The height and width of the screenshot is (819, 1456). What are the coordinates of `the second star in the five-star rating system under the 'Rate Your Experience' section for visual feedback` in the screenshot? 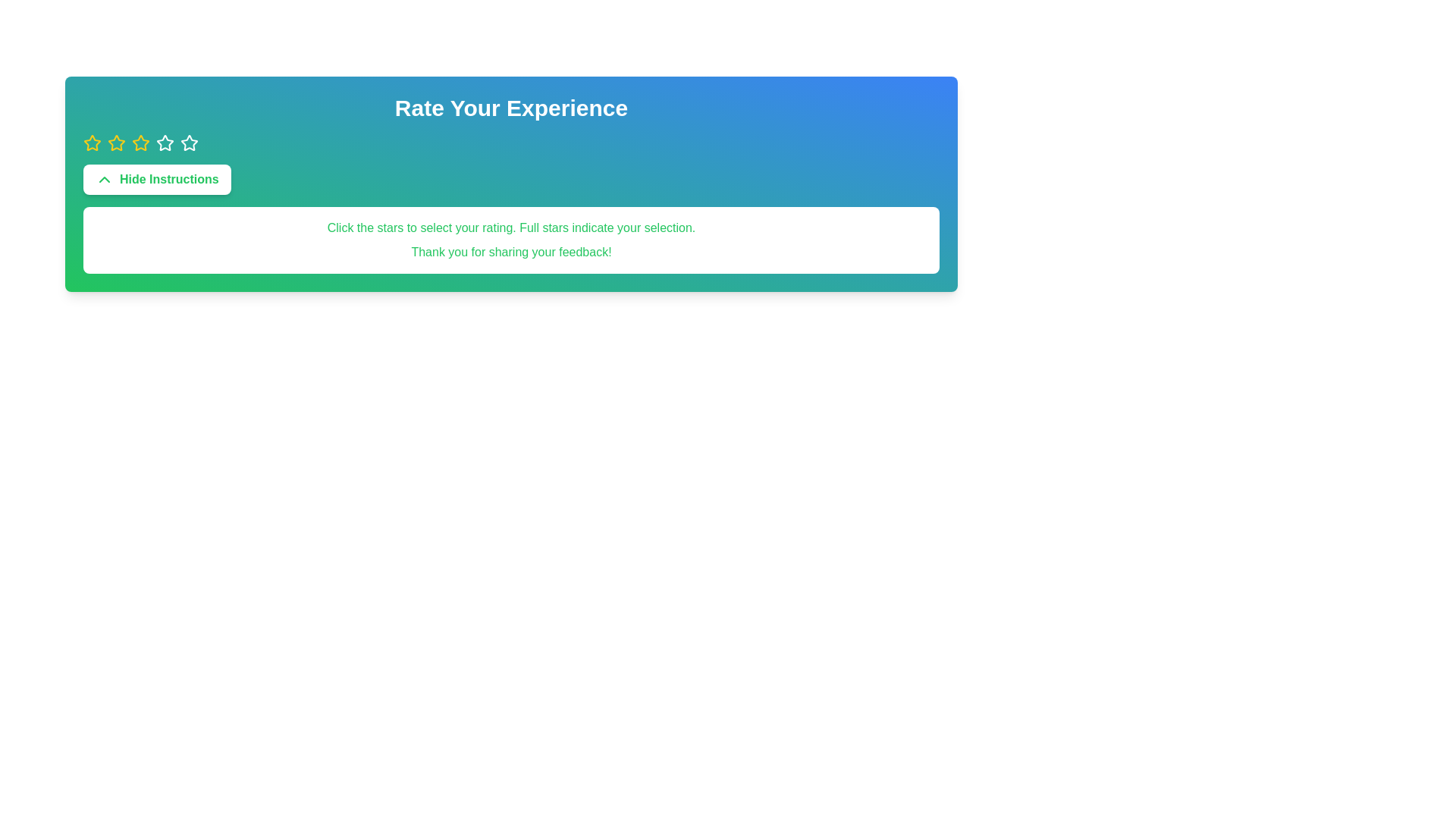 It's located at (141, 143).